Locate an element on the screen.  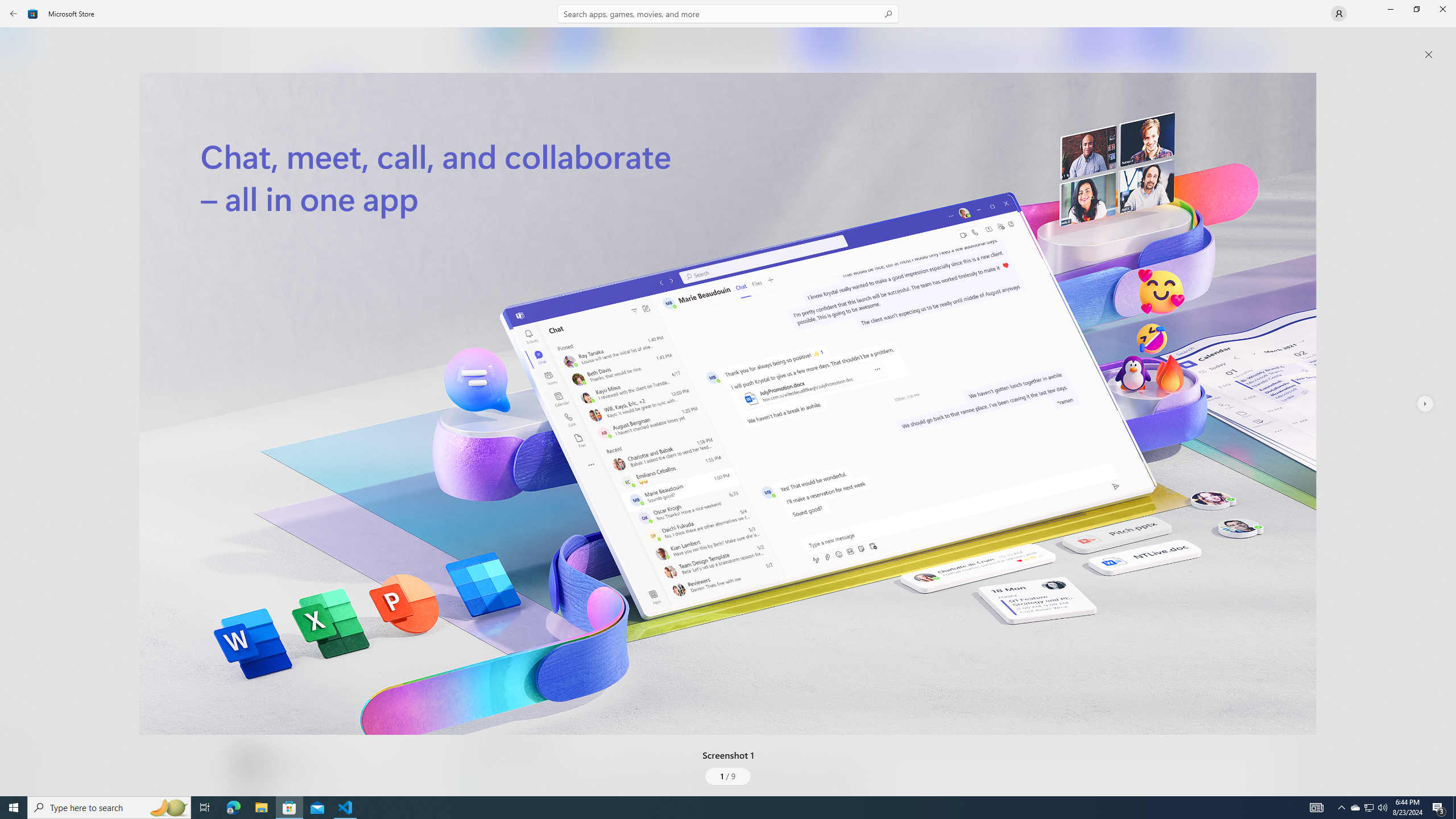
'Restore Microsoft Store' is located at coordinates (1416, 9).